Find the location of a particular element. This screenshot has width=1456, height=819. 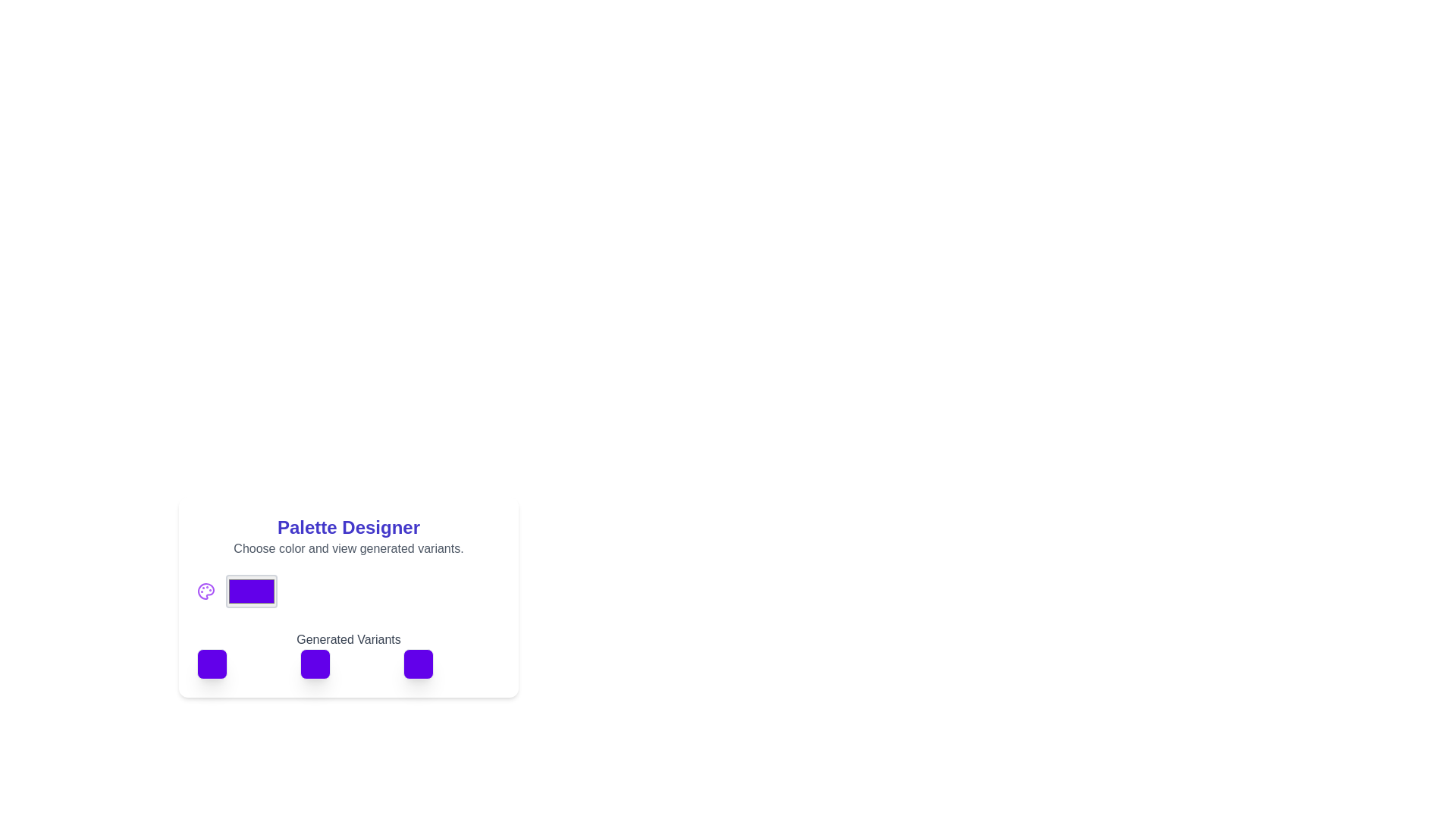

the text label that says 'Generated Variants', which is styled in gray and positioned above three purple square buttons is located at coordinates (348, 640).